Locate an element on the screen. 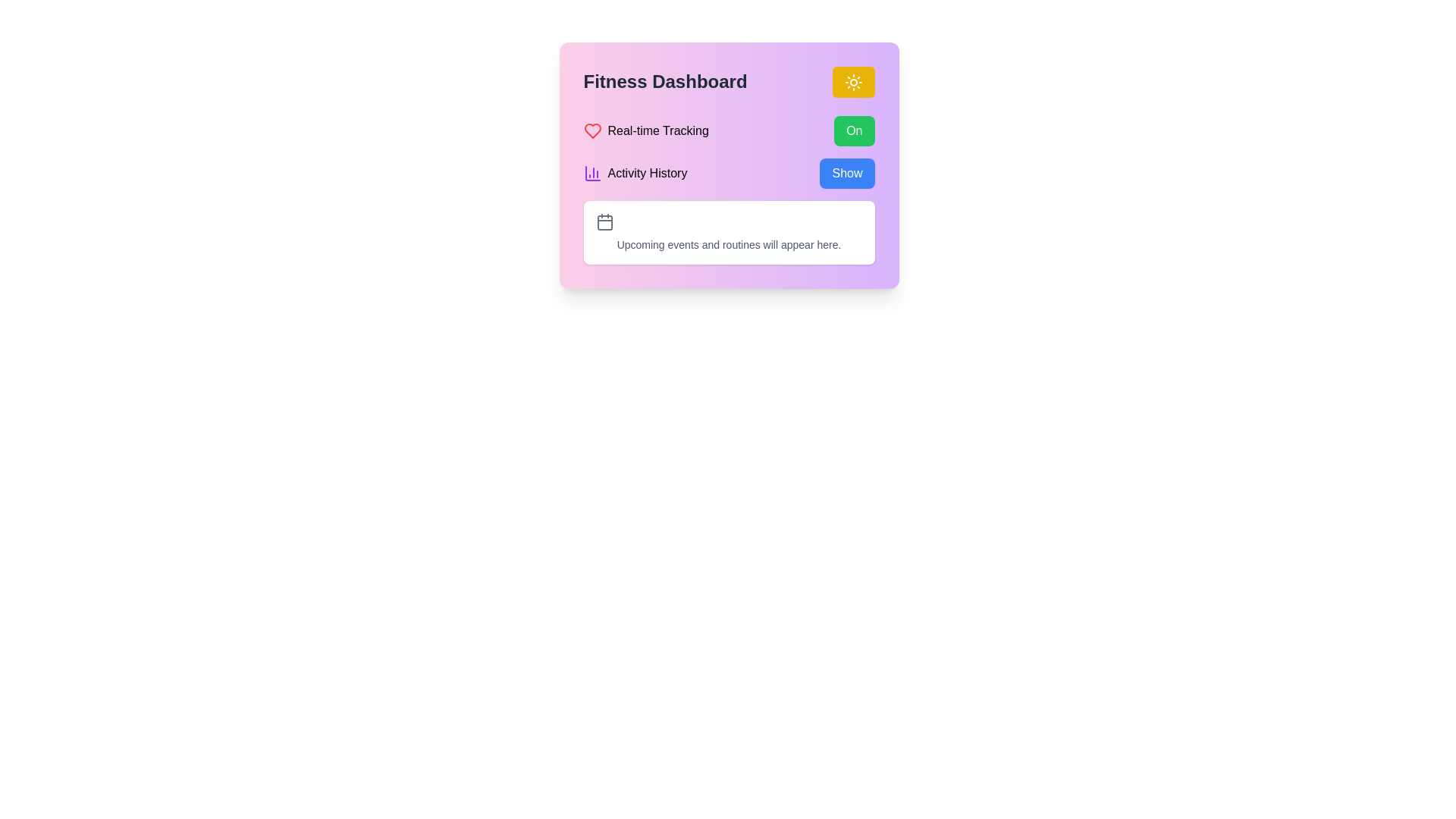 This screenshot has width=1456, height=819. the 'Activity History' text and icon combination for accessibility purposes is located at coordinates (635, 172).